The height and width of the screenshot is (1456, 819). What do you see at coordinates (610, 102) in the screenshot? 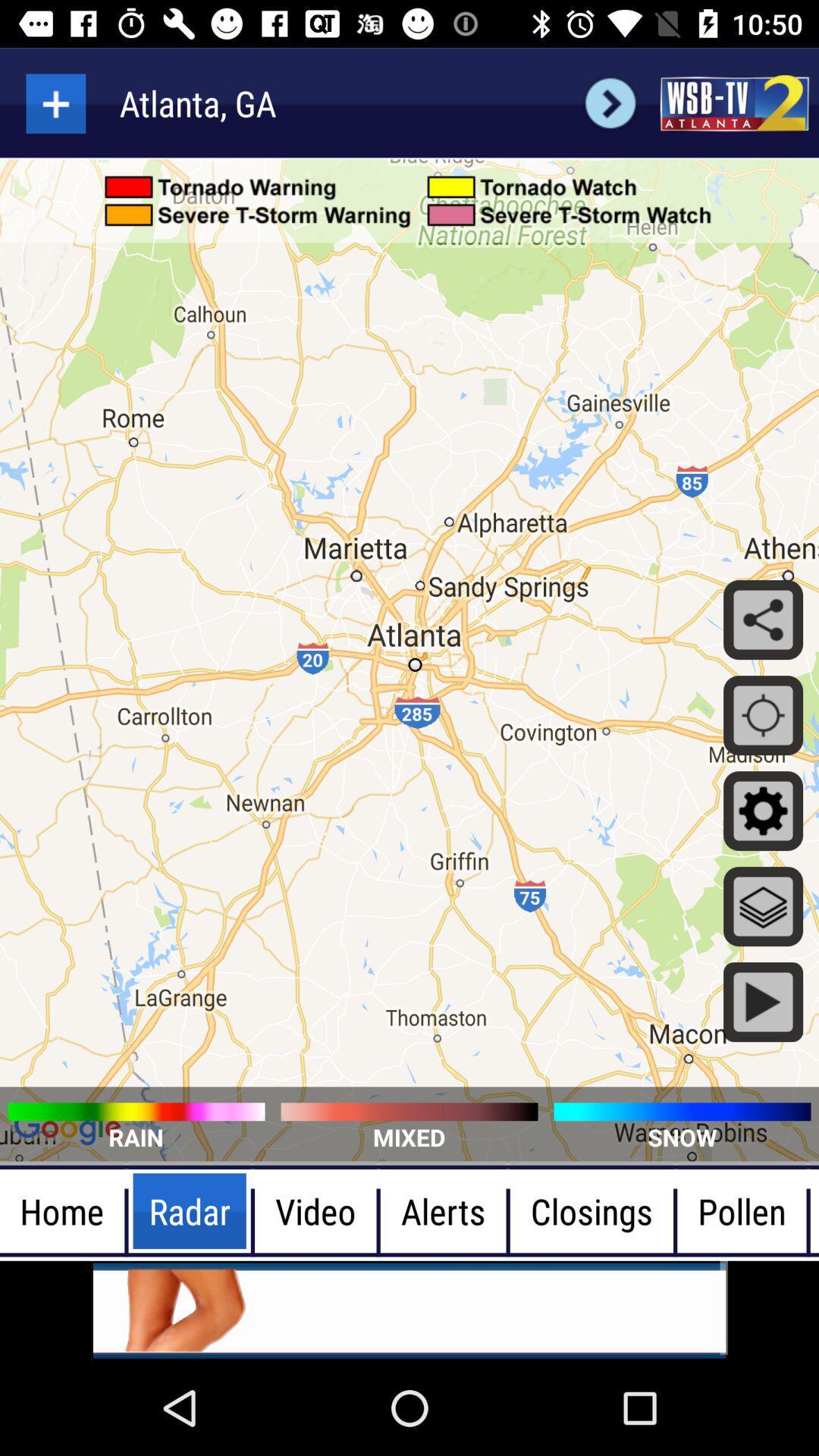
I see `go back` at bounding box center [610, 102].